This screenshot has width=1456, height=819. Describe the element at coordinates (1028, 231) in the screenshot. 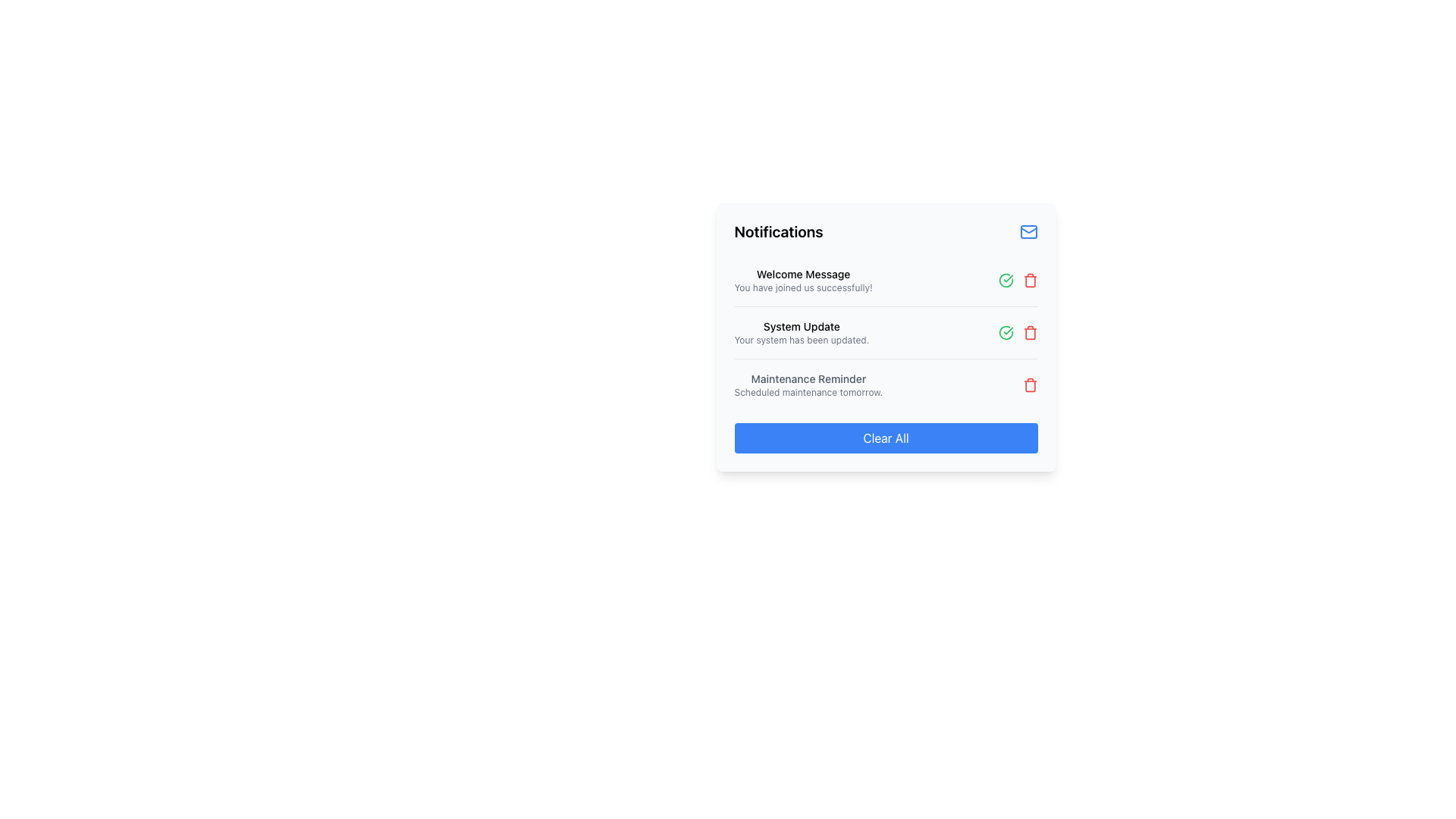

I see `the mail notification icon located at the top-right corner of the notifications panel` at that location.